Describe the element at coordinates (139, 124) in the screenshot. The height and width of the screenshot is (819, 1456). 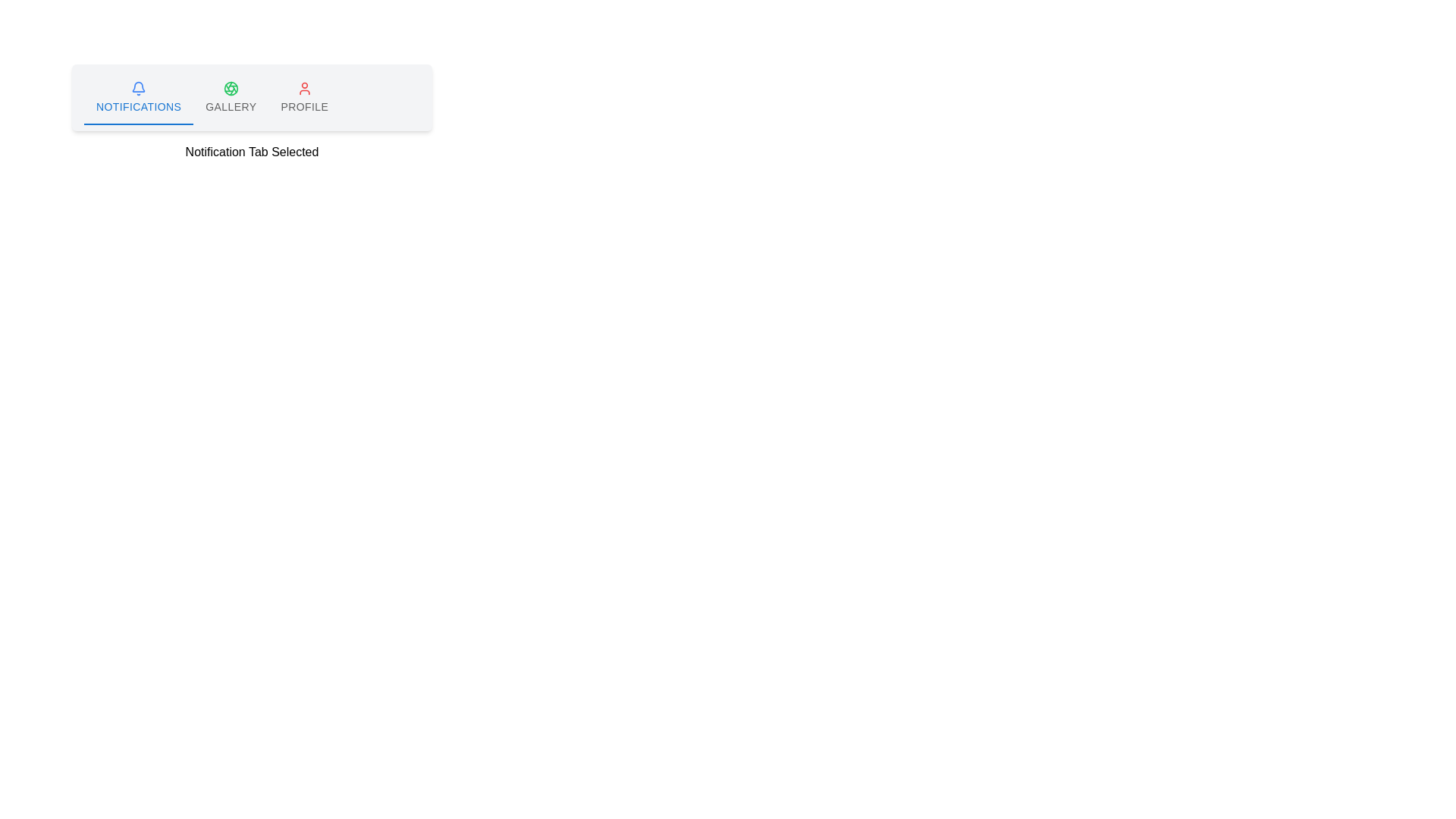
I see `the horizontal indicator bar located under the 'Notifications' tab label in the tab list of the horizontal tab bar` at that location.